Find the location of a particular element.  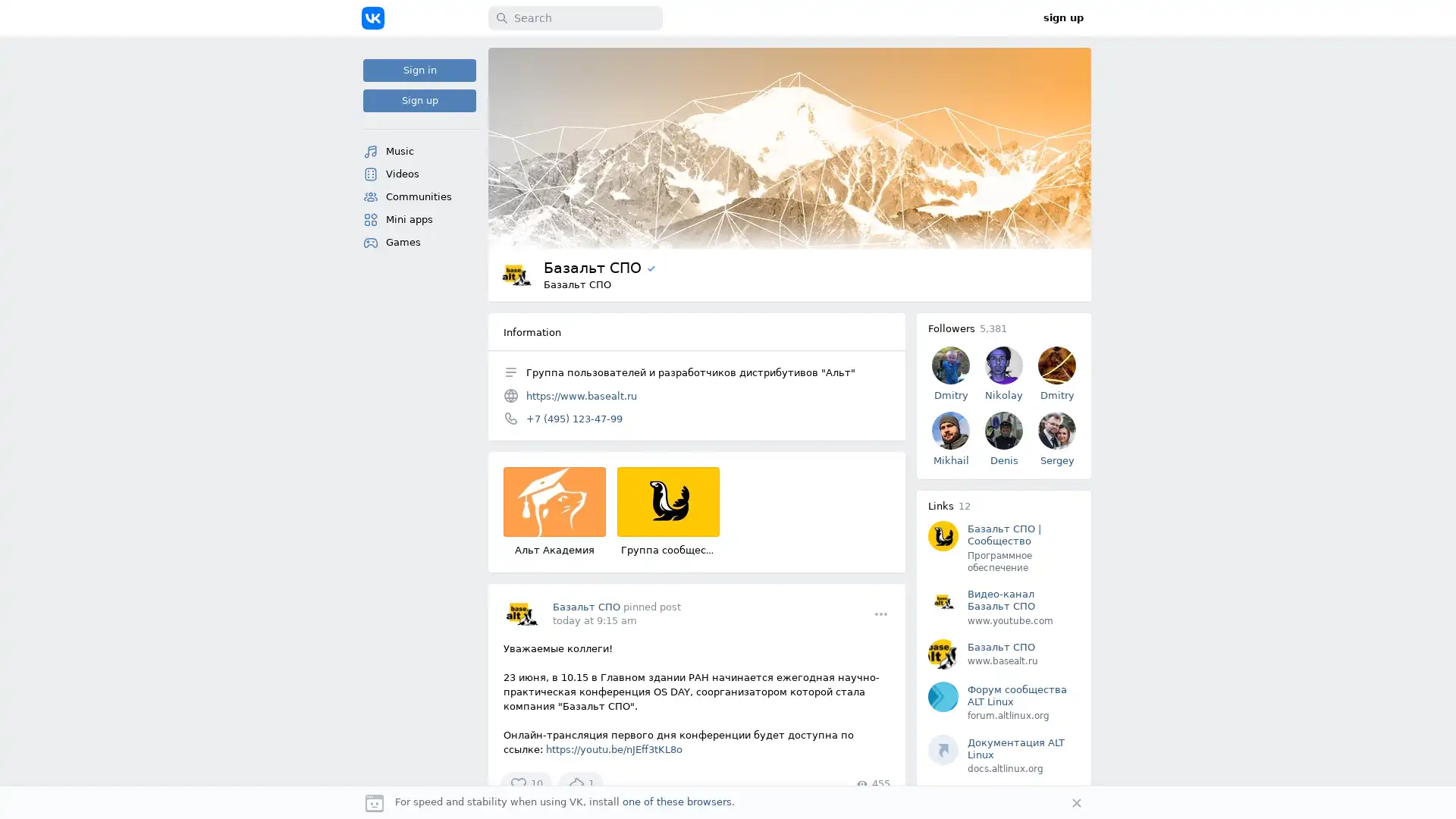

Close is located at coordinates (1076, 802).